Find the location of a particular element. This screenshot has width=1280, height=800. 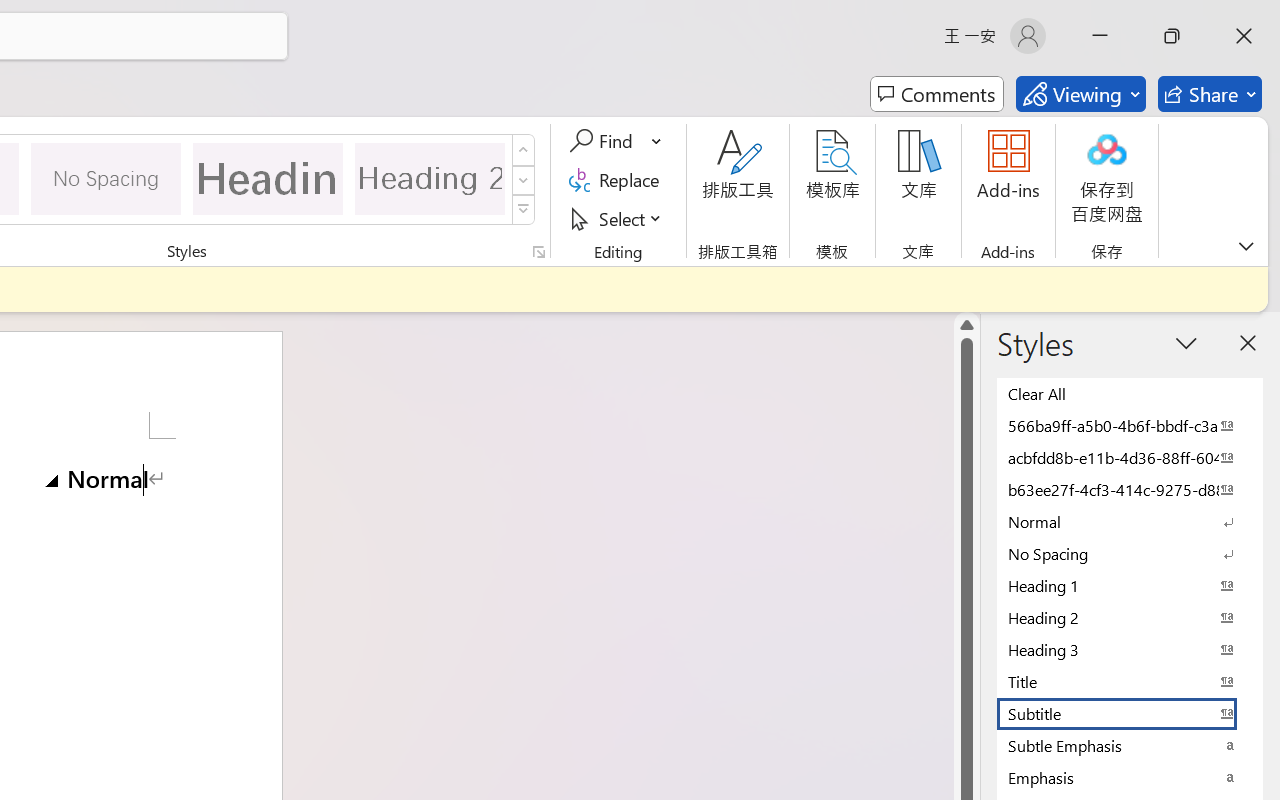

'566ba9ff-a5b0-4b6f-bbdf-c3ab41993fc2' is located at coordinates (1130, 425).